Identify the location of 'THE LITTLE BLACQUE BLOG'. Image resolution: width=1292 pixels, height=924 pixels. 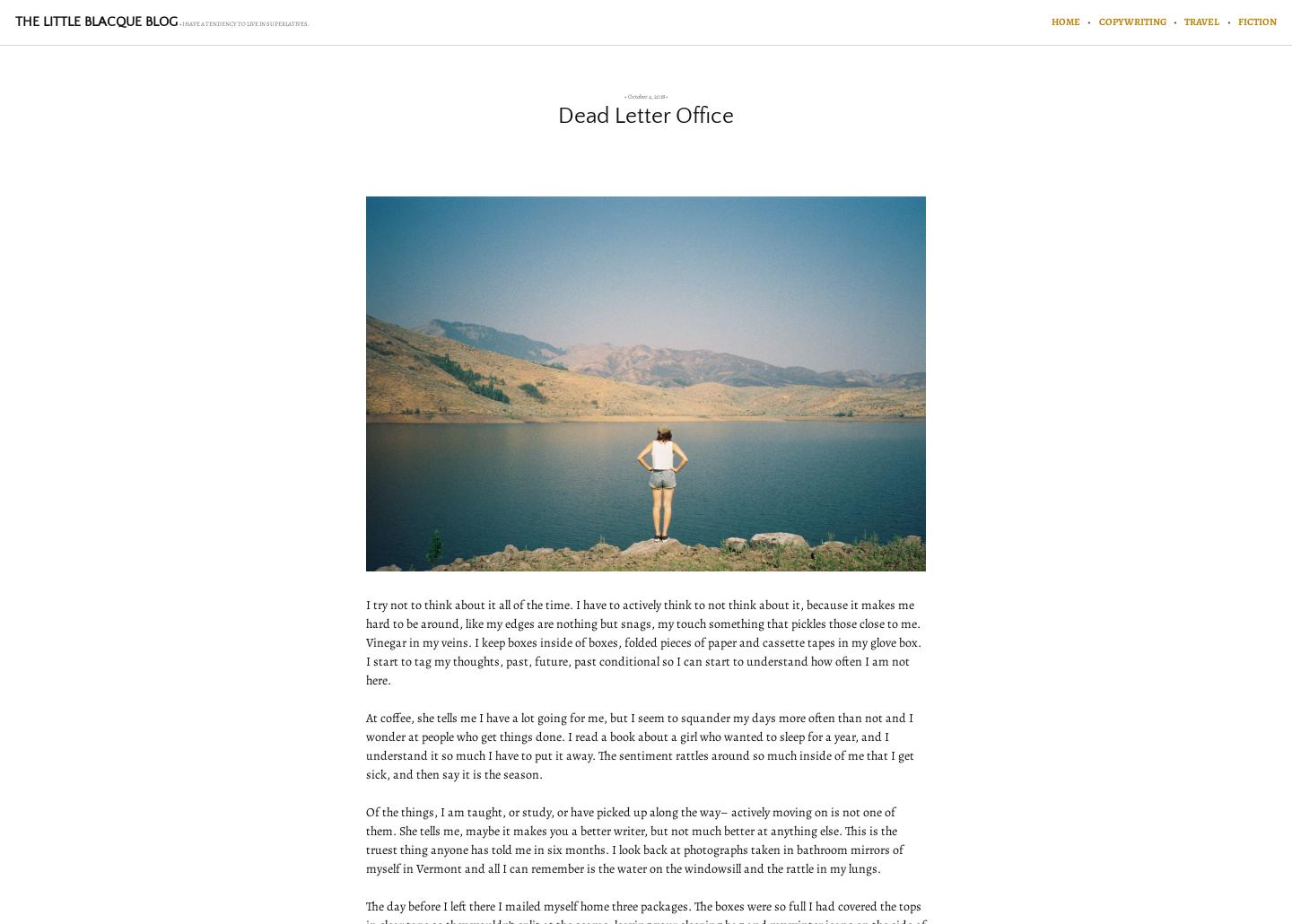
(95, 21).